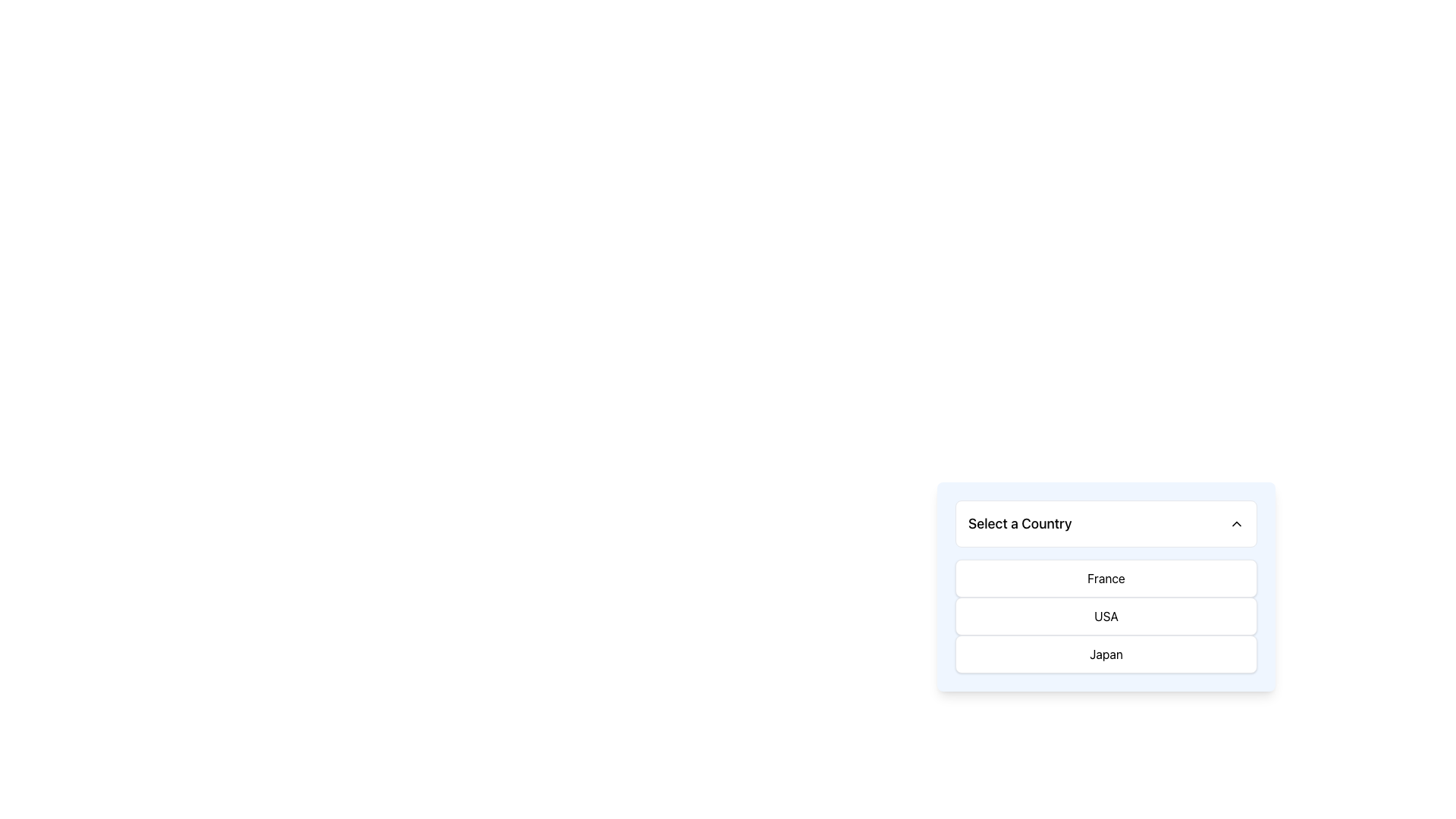  I want to click on the text label 'France' in the dropdown menu titled 'Select a Country', so click(1106, 579).